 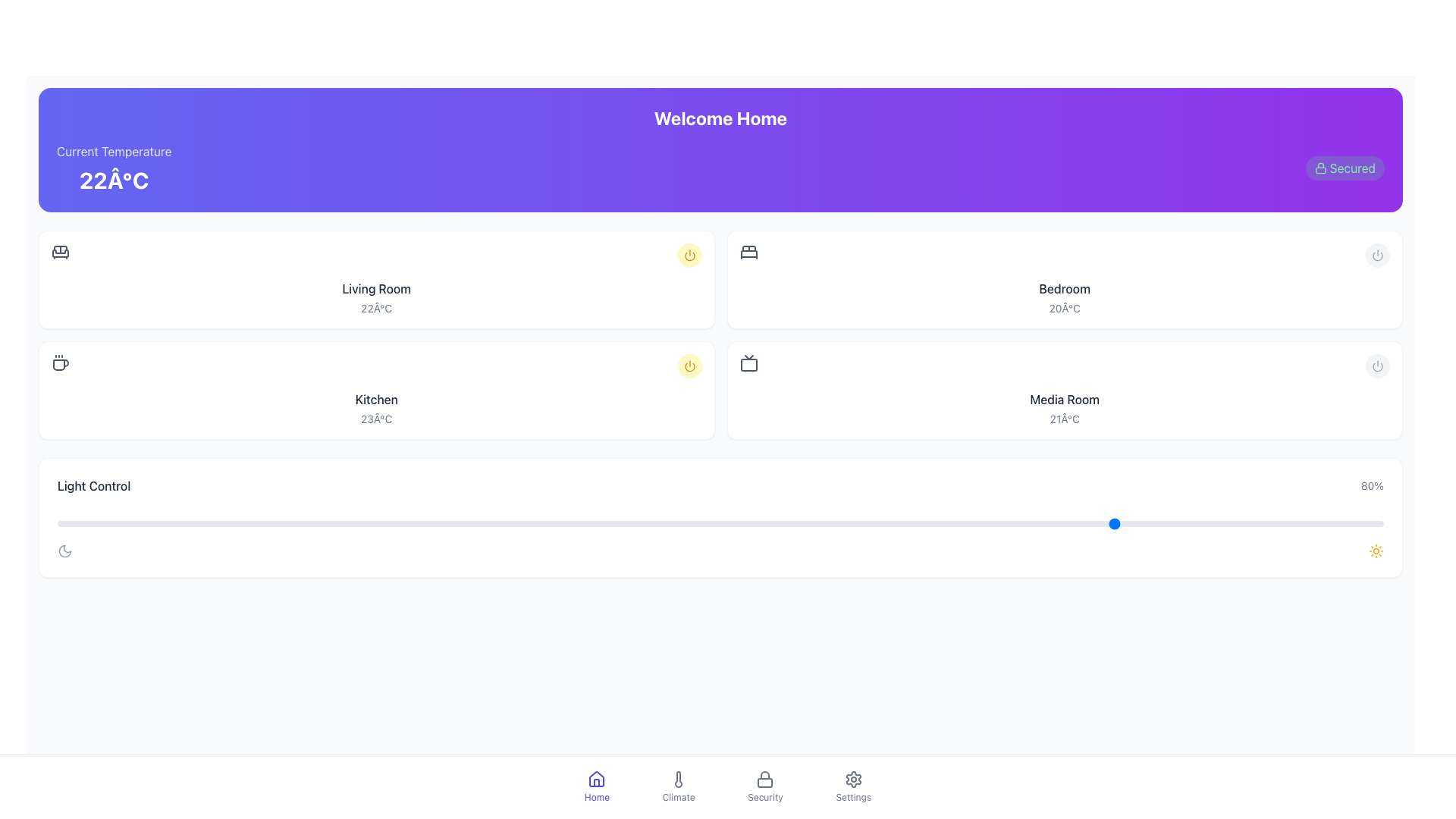 What do you see at coordinates (678, 797) in the screenshot?
I see `the text label 'Climate' located in the bottom navigation bar, which is styled in gray and positioned below the thermometer icon` at bounding box center [678, 797].